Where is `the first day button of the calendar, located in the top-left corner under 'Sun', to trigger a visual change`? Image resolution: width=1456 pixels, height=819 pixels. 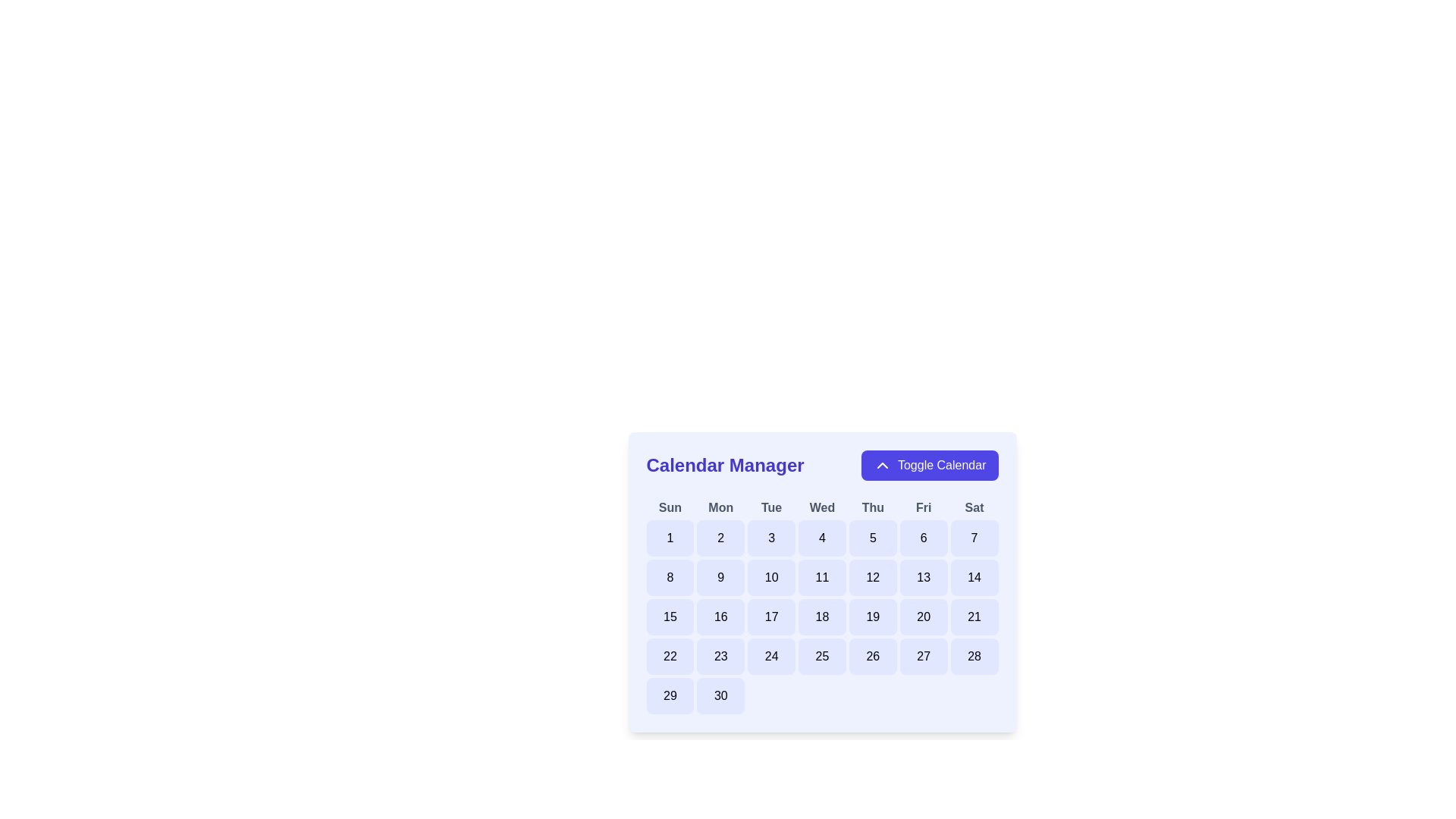
the first day button of the calendar, located in the top-left corner under 'Sun', to trigger a visual change is located at coordinates (669, 537).